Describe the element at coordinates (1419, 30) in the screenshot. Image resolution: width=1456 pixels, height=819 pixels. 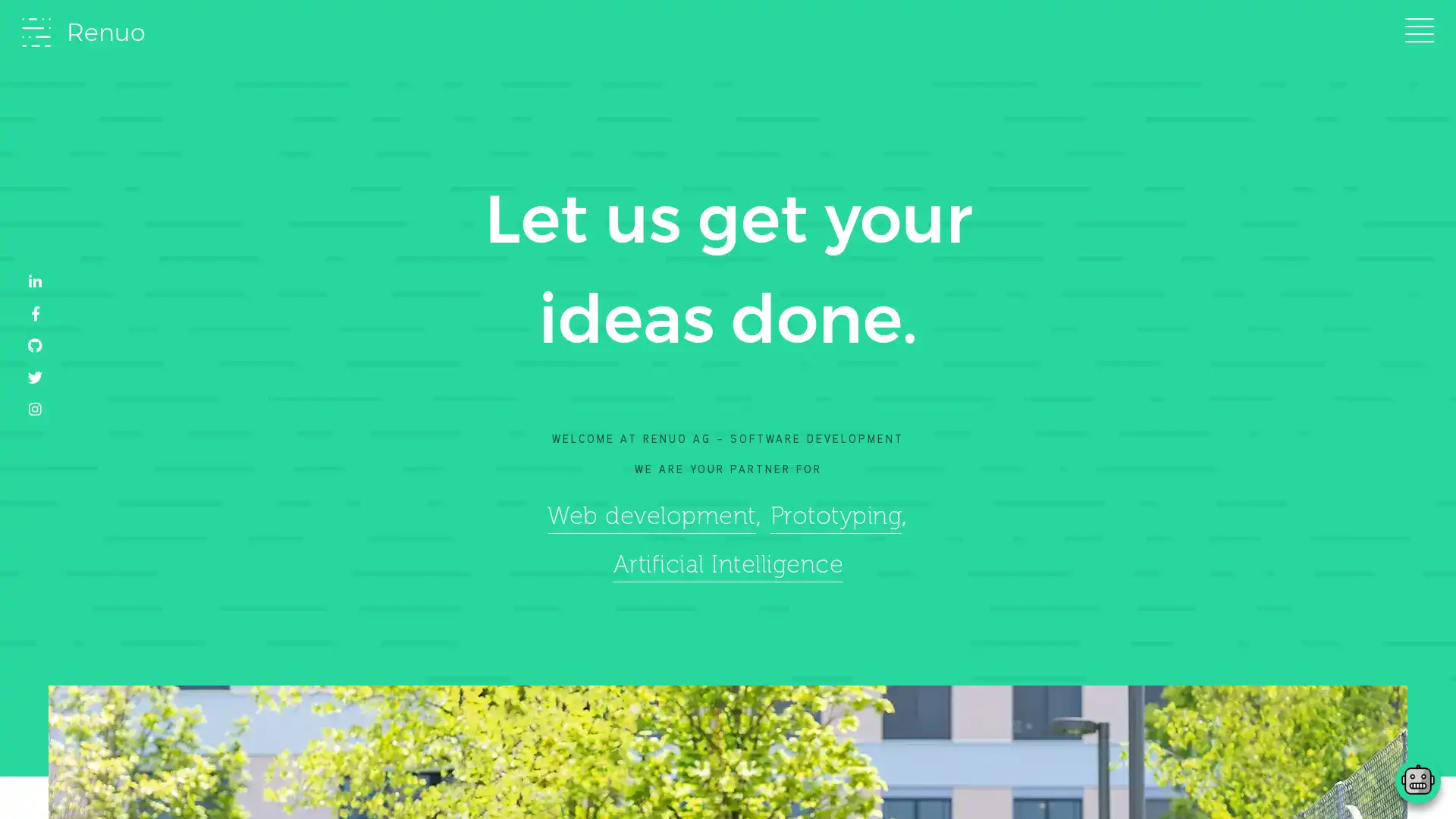
I see `Toggle navigation` at that location.